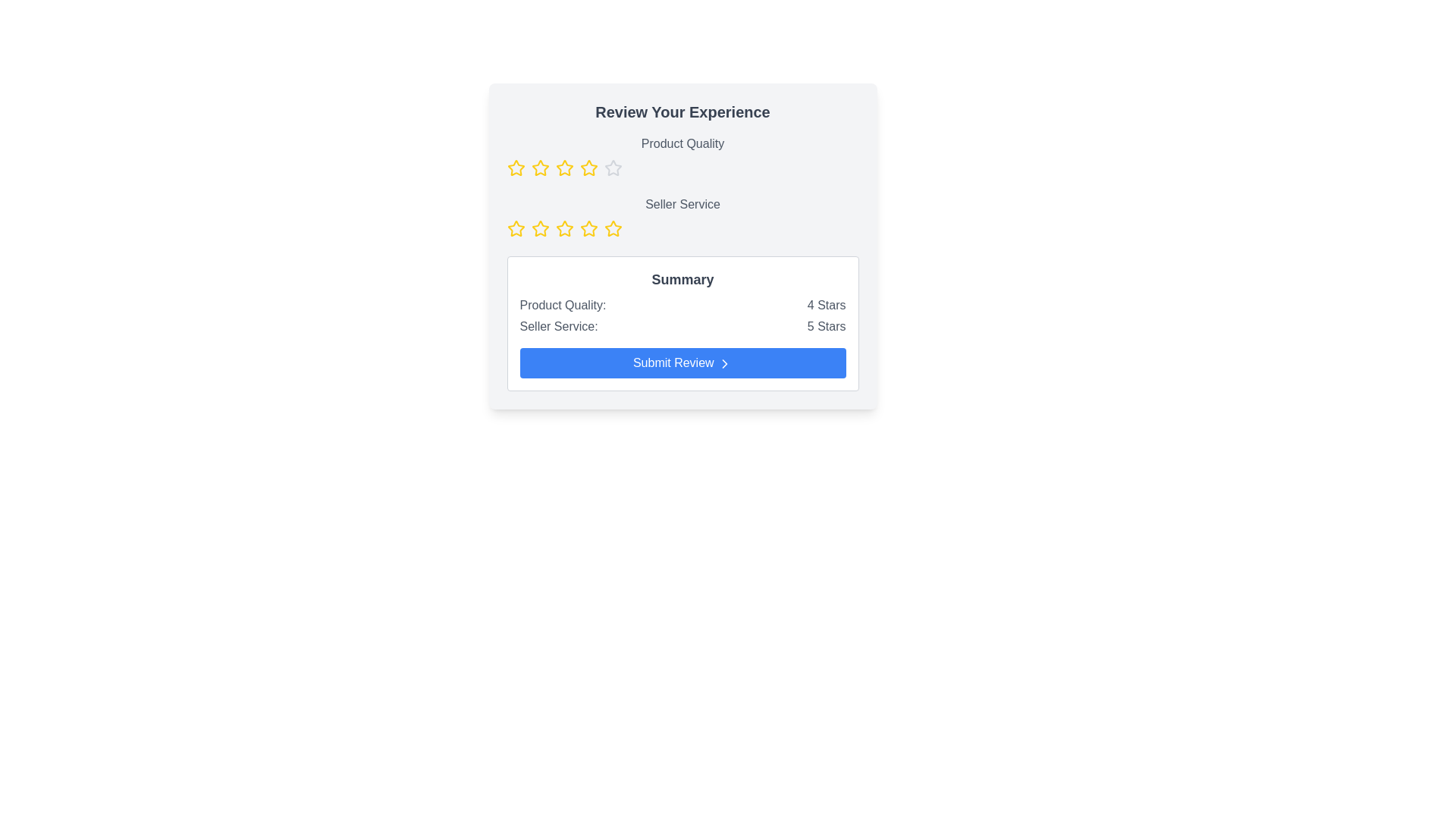 The height and width of the screenshot is (819, 1456). I want to click on the 'Product Quality' label, which is styled in gray and positioned above the rating stars within the 'Review Your Experience' card, so click(682, 143).